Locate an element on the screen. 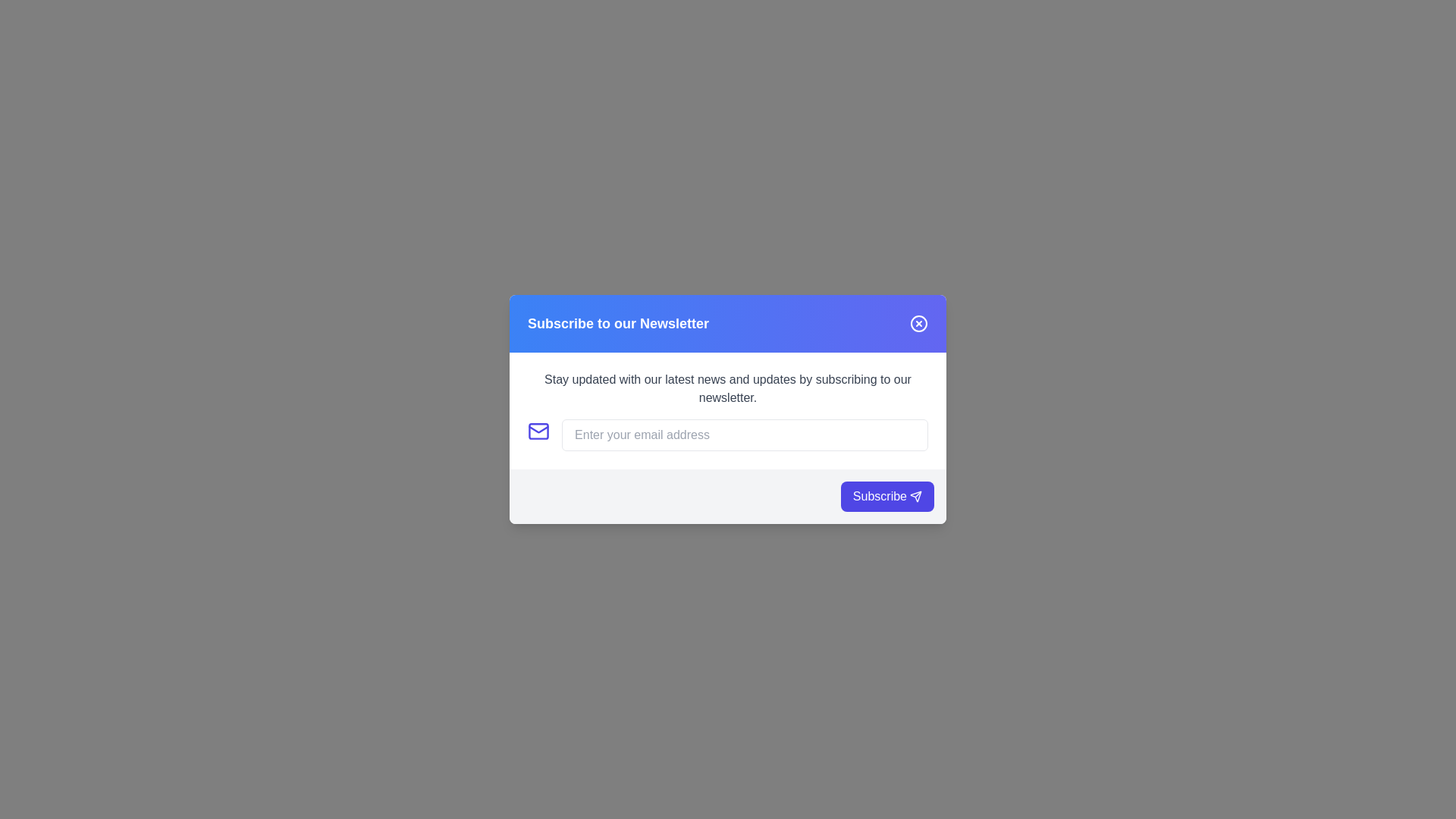 The image size is (1456, 819). the 'X' button in the header to close the dialog is located at coordinates (918, 323).